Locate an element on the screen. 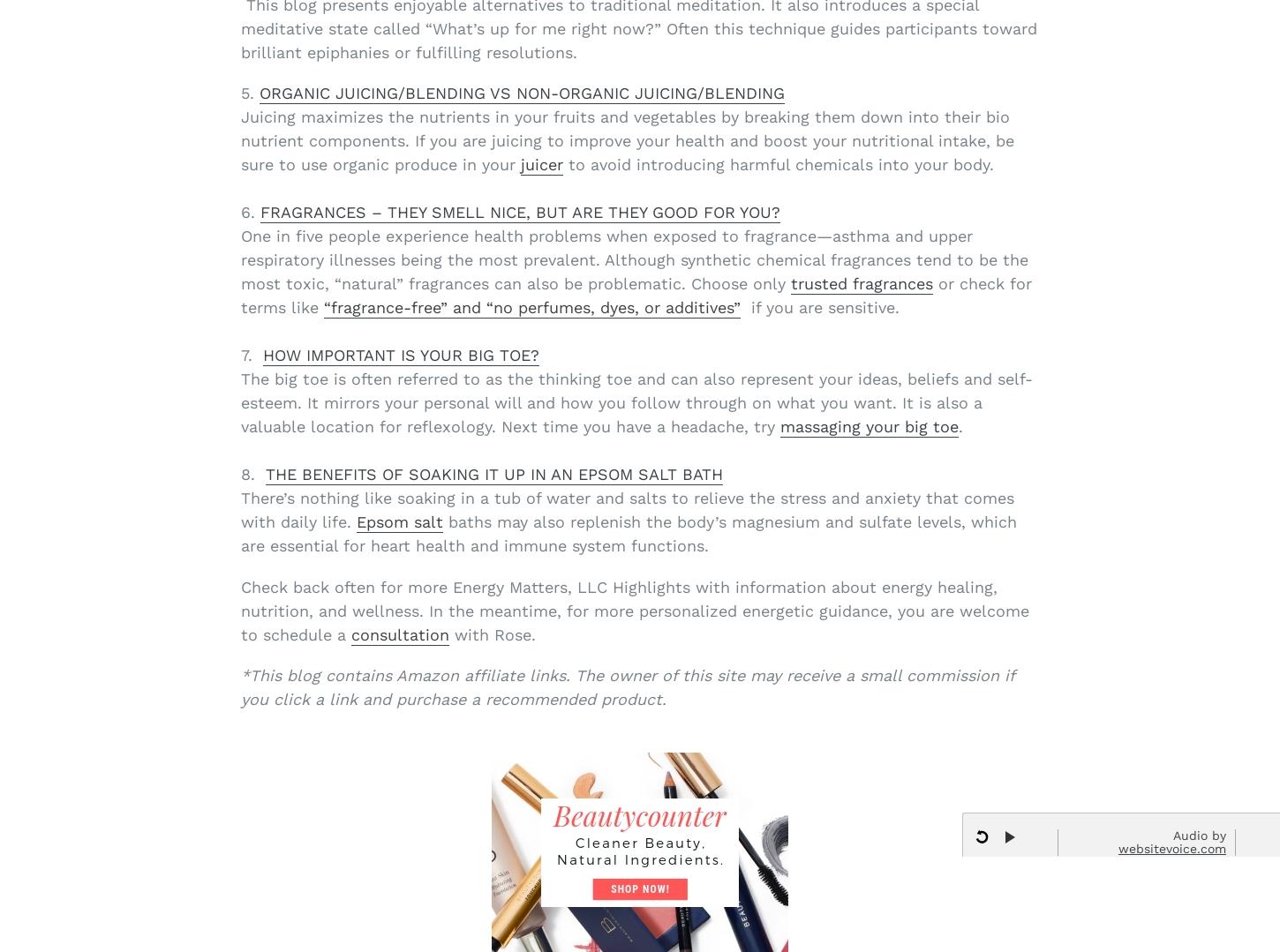  'HOW IMPORTANT IS YOUR BIG TOE?' is located at coordinates (400, 354).